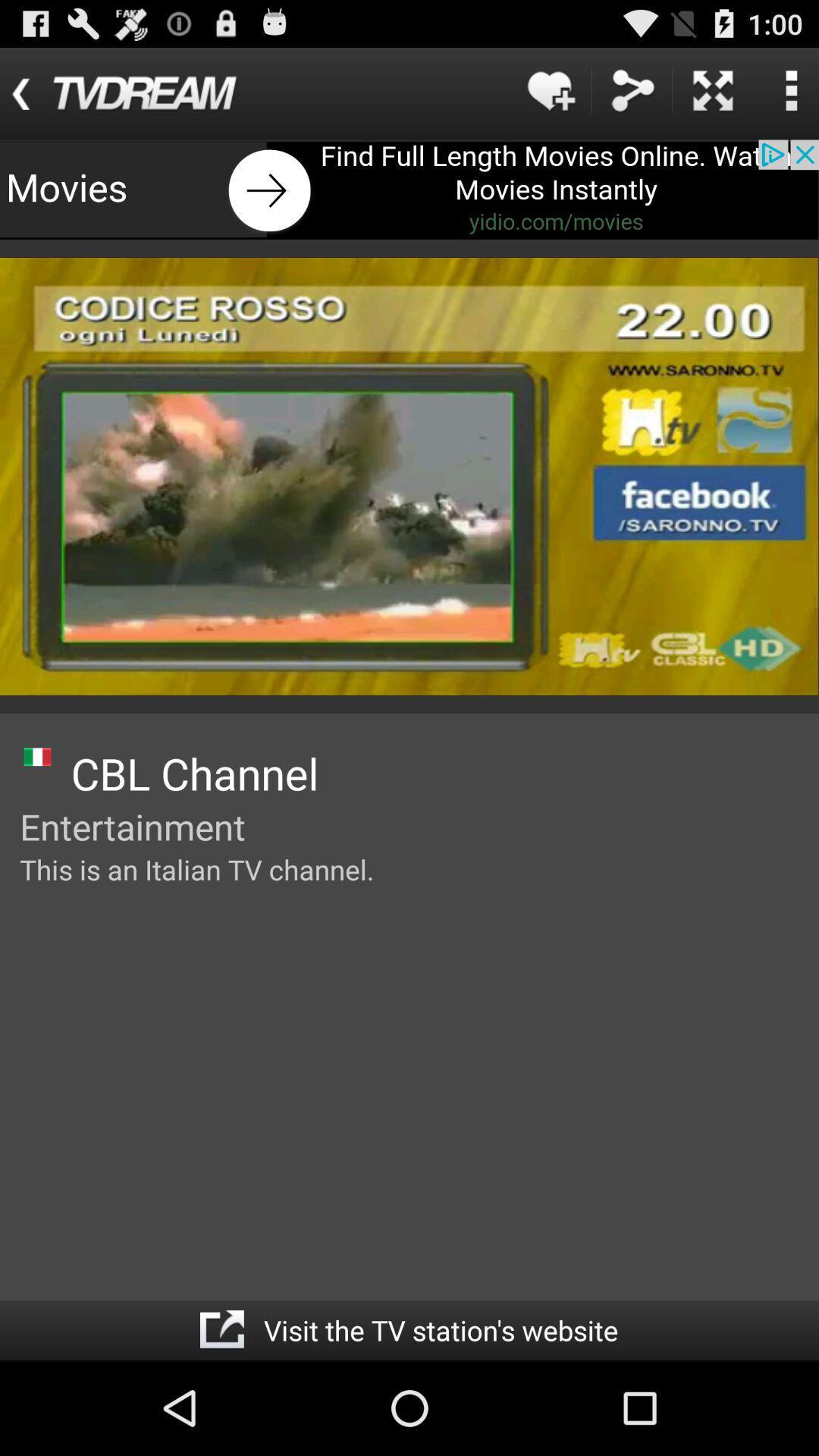 The height and width of the screenshot is (1456, 819). I want to click on open tv station website, so click(221, 1329).